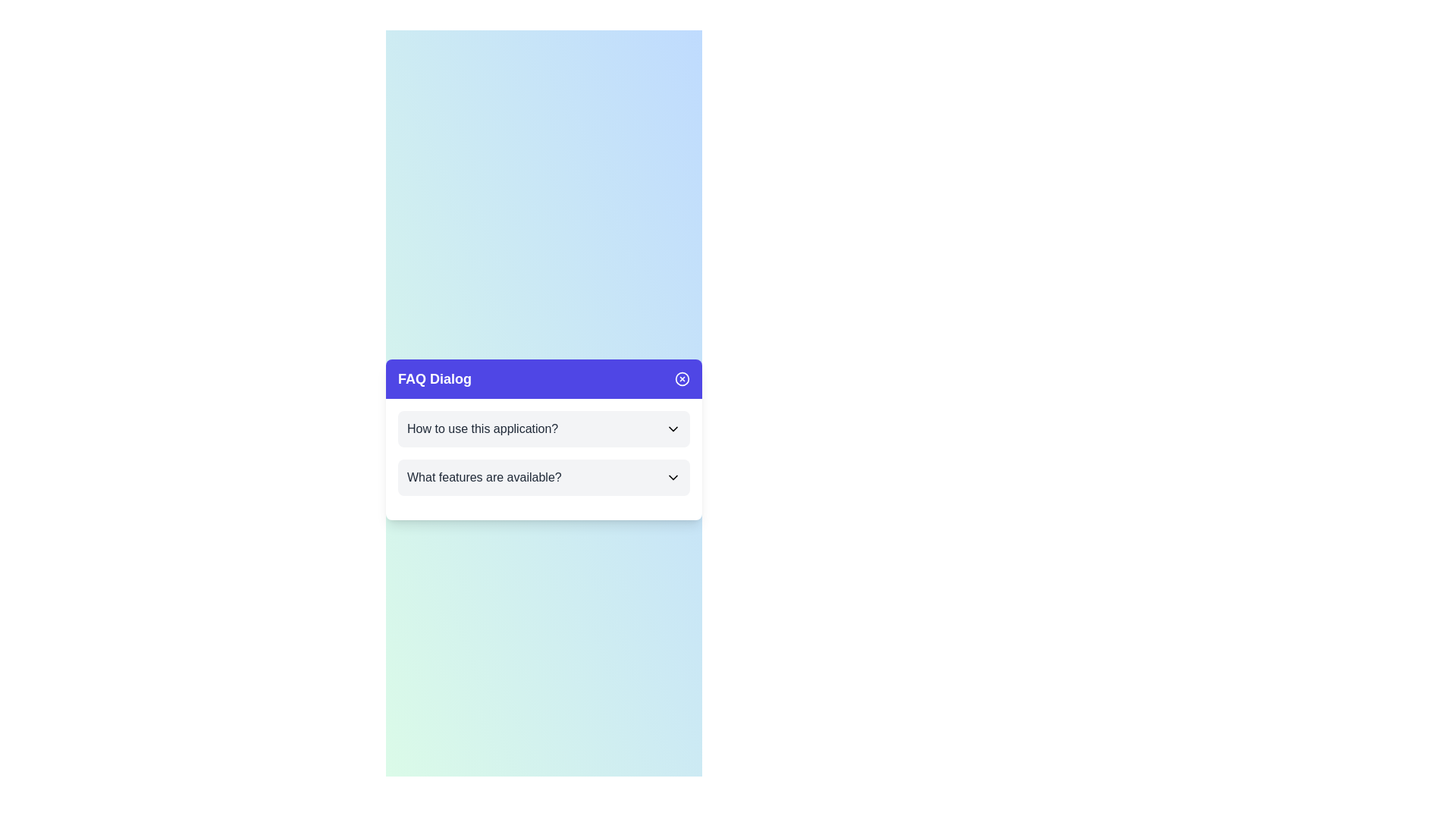  Describe the element at coordinates (544, 476) in the screenshot. I see `the FAQ item titled 'What features are available?' to expand or collapse it` at that location.